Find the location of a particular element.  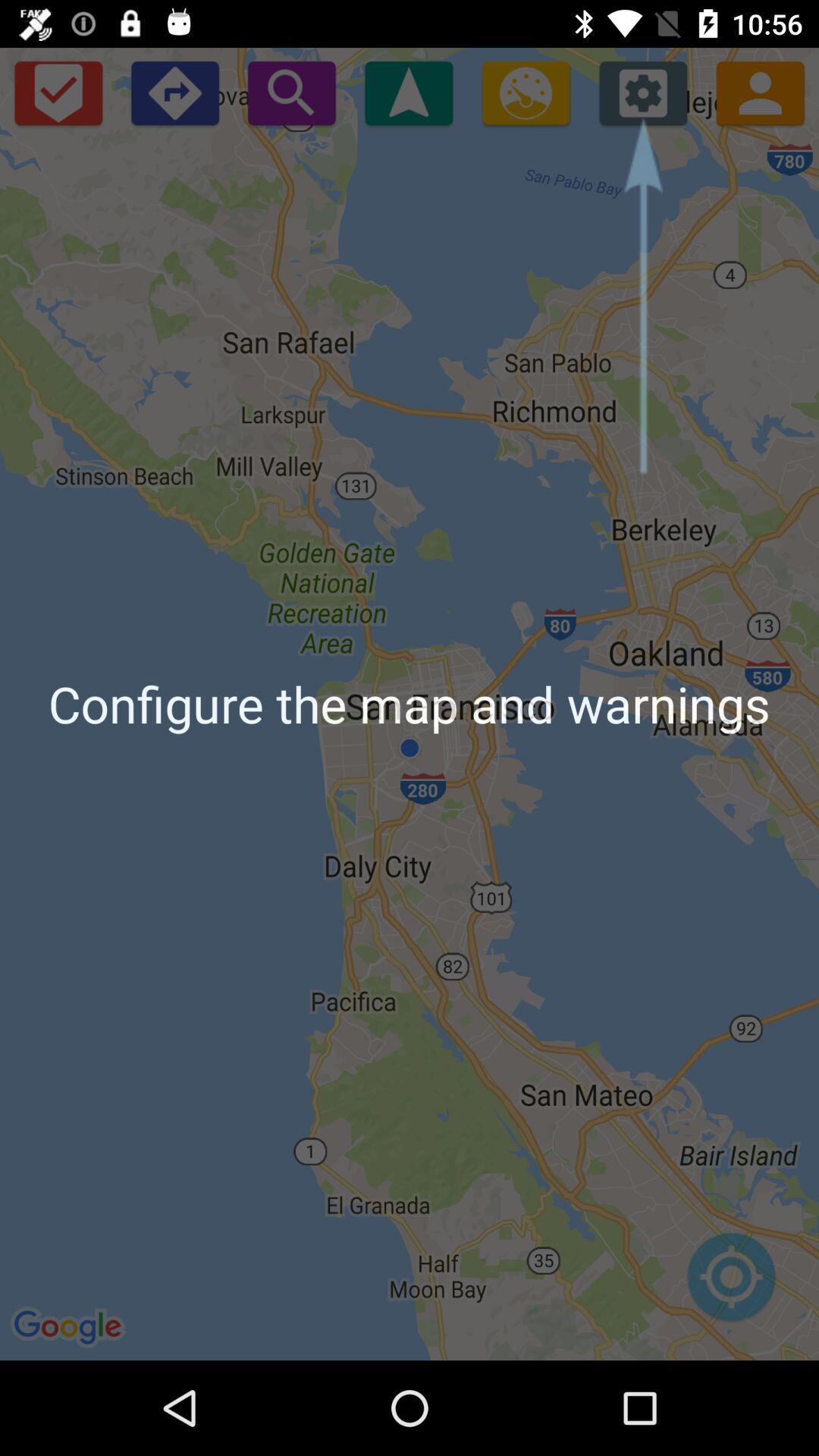

map is located at coordinates (730, 1284).